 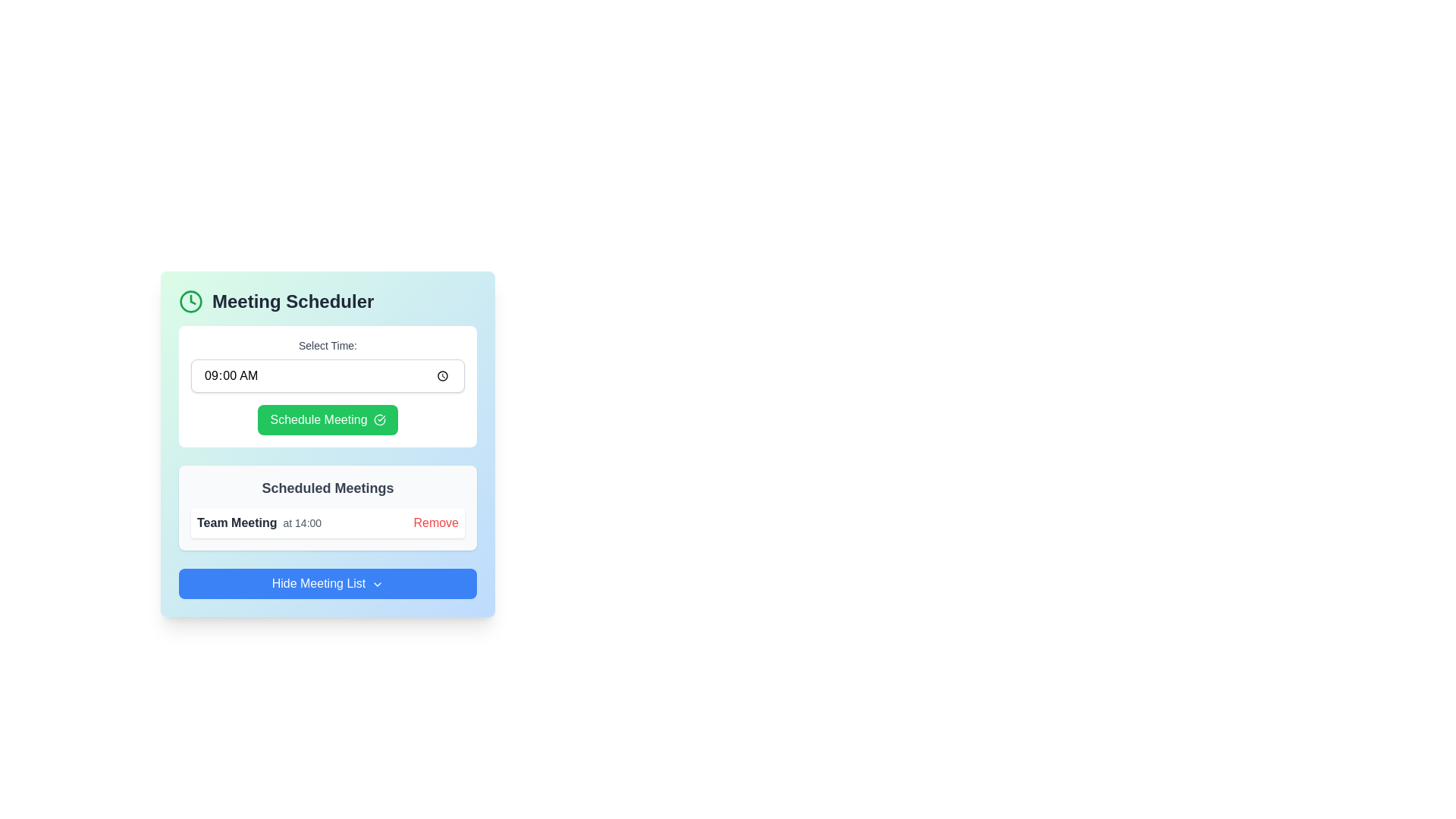 I want to click on the Text Label indicating the scheduled time ('14:00') for the meeting labeled 'Team Meeting', located in the 'Scheduled Meetings' section, so click(x=302, y=522).